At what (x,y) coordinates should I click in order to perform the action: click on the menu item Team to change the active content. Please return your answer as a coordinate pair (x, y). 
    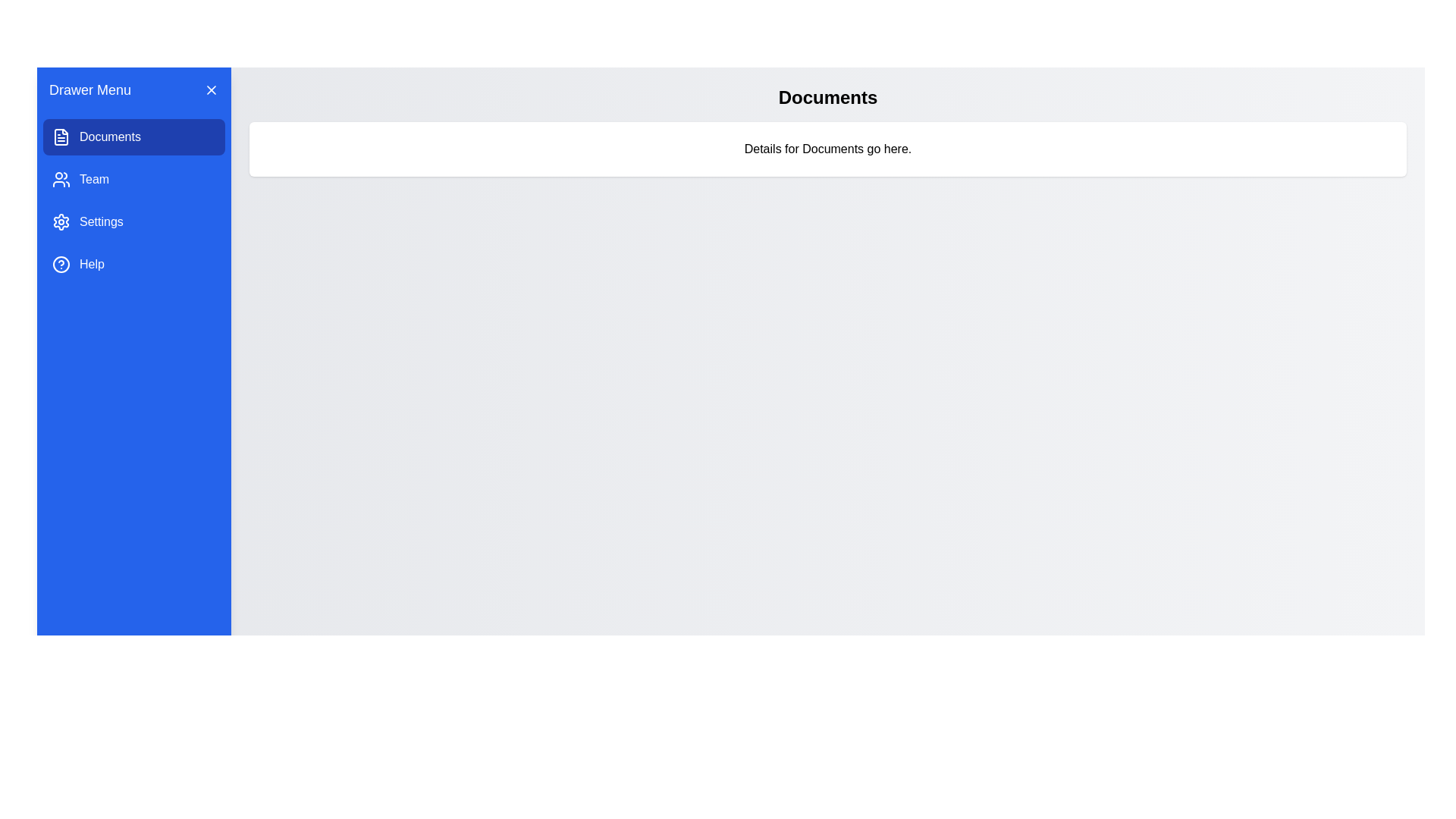
    Looking at the image, I should click on (134, 178).